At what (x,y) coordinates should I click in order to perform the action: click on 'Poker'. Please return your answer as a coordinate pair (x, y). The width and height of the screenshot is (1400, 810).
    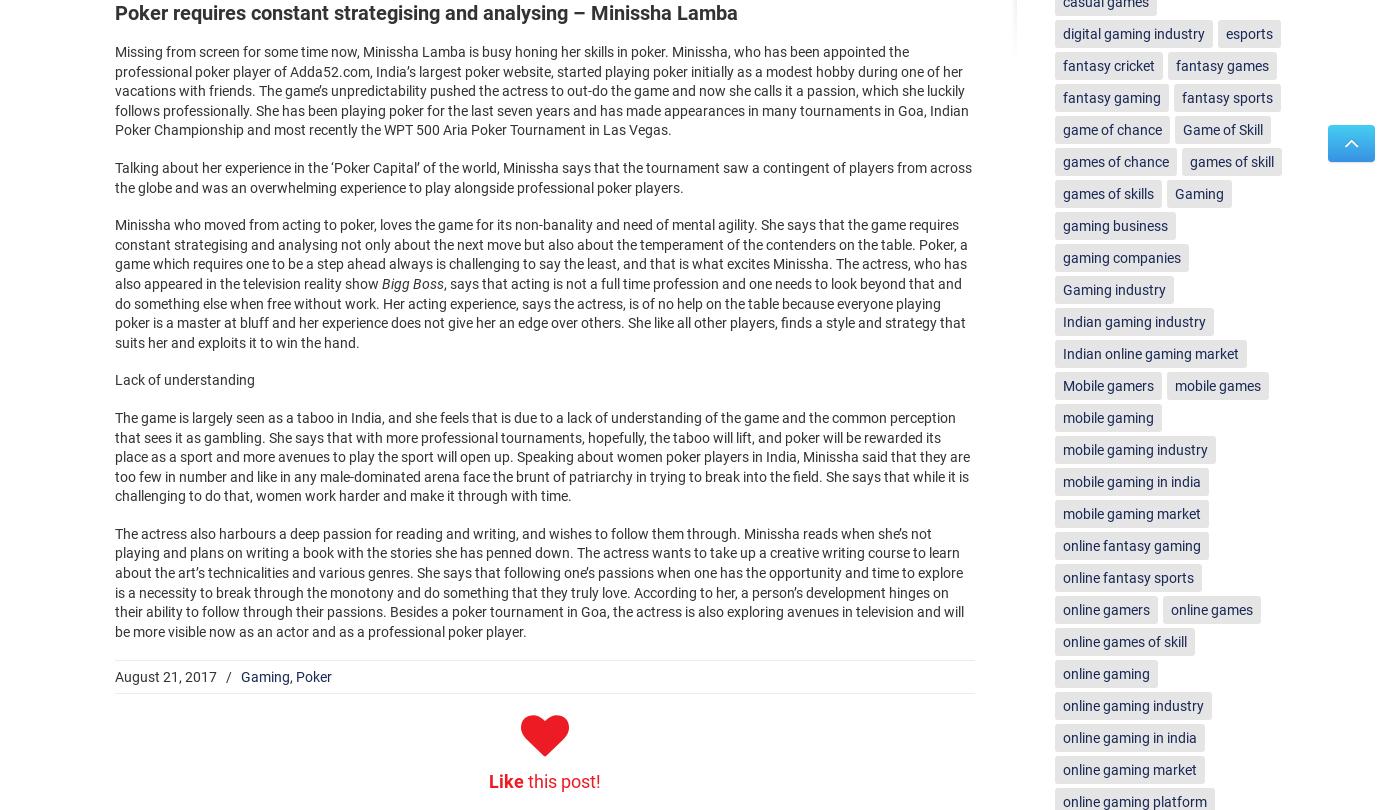
    Looking at the image, I should click on (295, 675).